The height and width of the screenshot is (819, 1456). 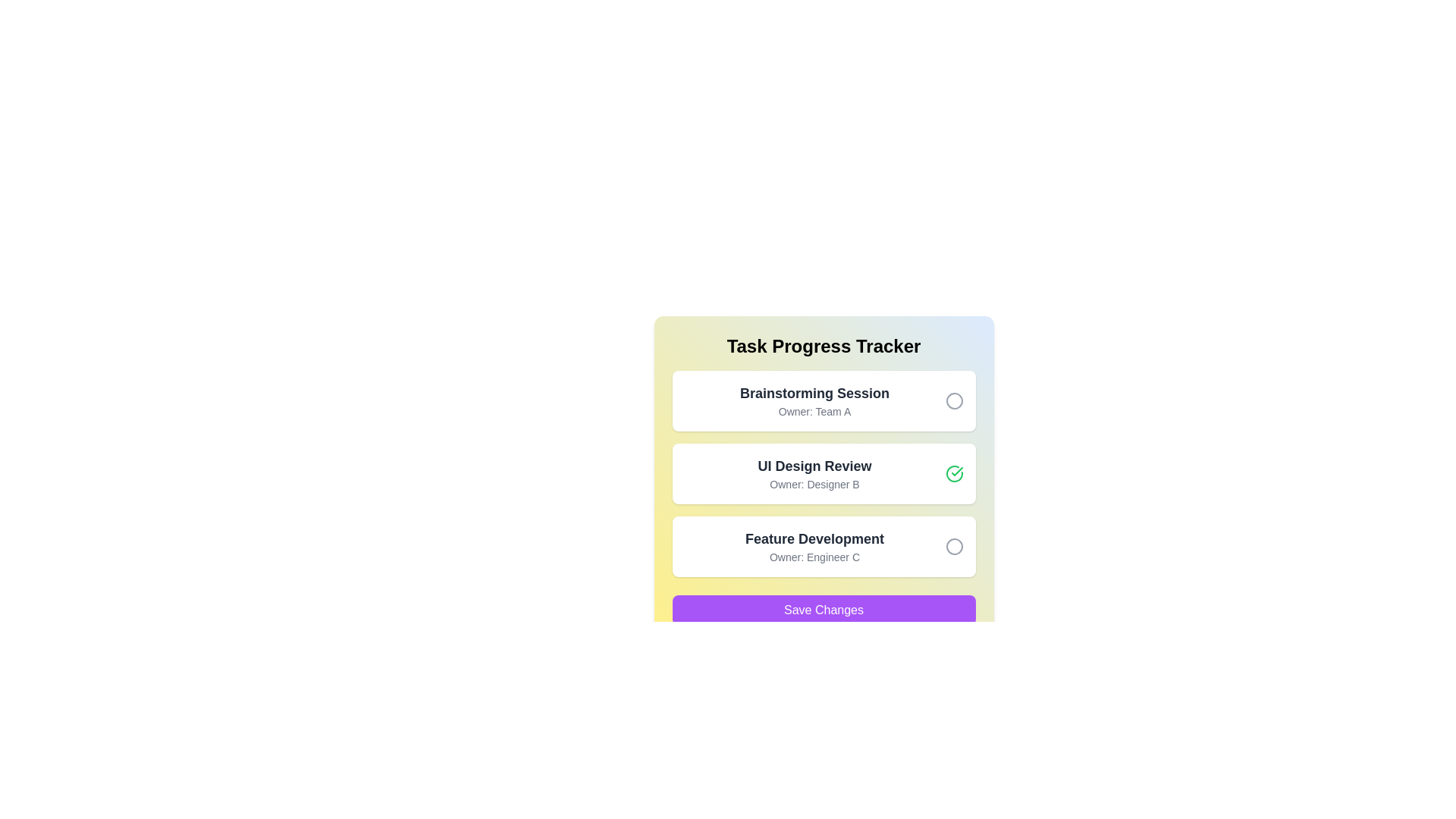 I want to click on the 'Save Changes' button to confirm the current state, so click(x=823, y=610).